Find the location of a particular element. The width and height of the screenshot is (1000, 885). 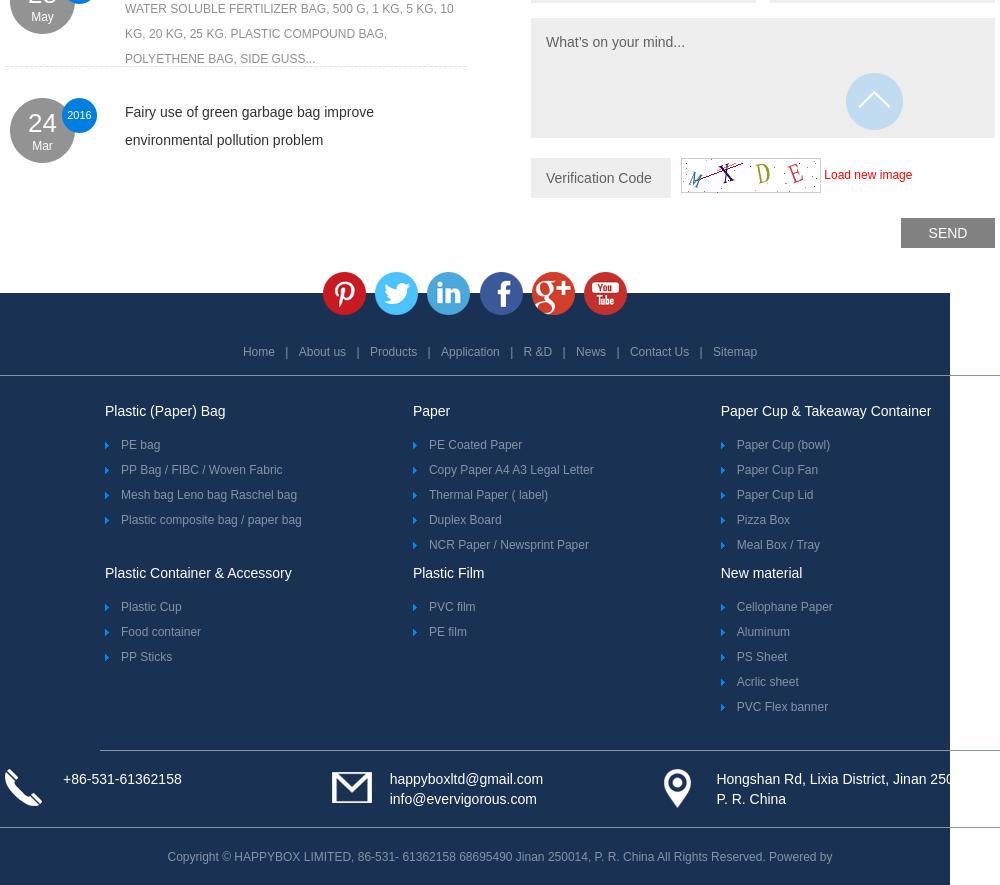

'Home' is located at coordinates (258, 351).